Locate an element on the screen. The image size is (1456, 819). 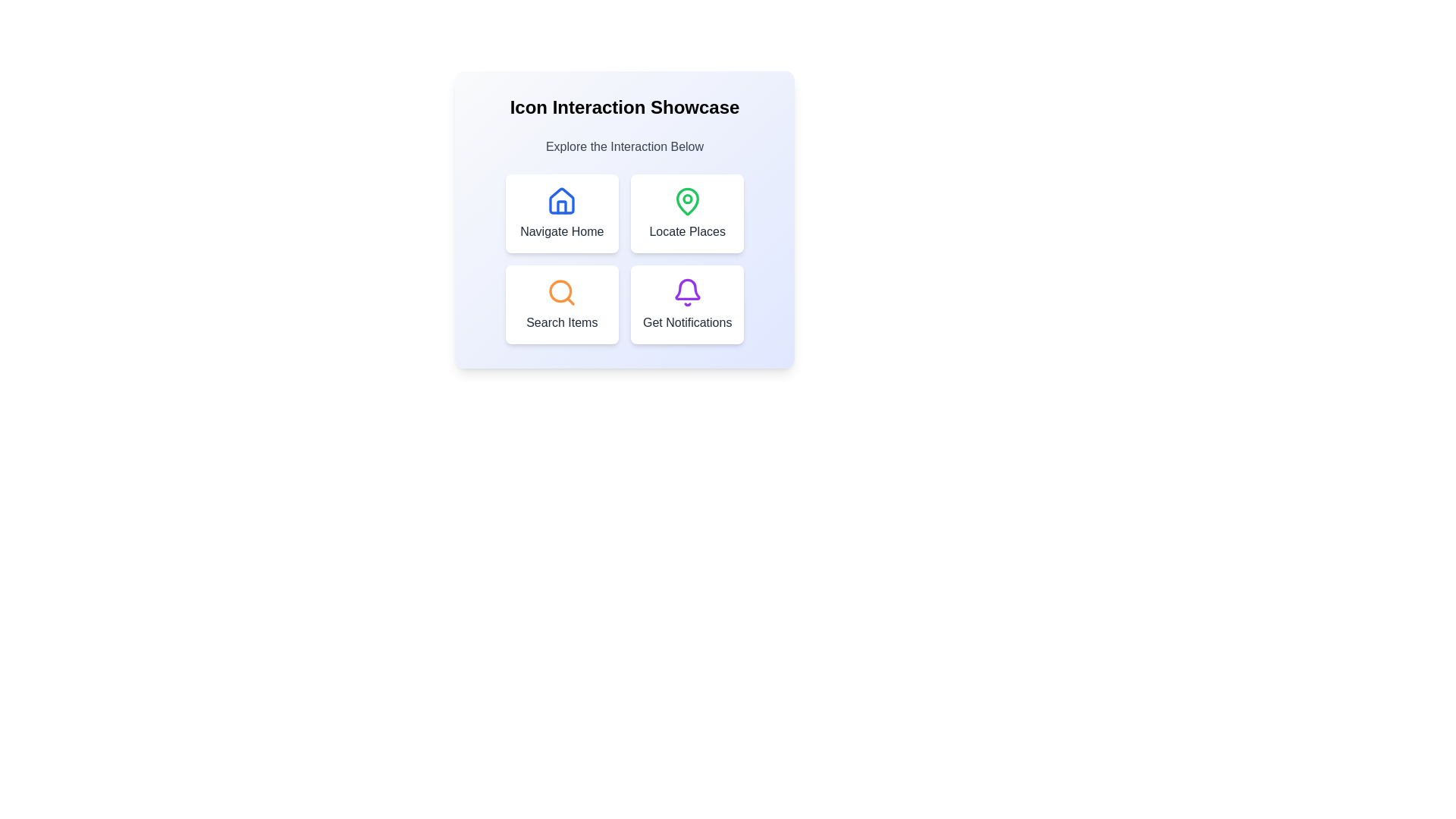
the home button located in the top-left quadrant of the UI is located at coordinates (561, 213).